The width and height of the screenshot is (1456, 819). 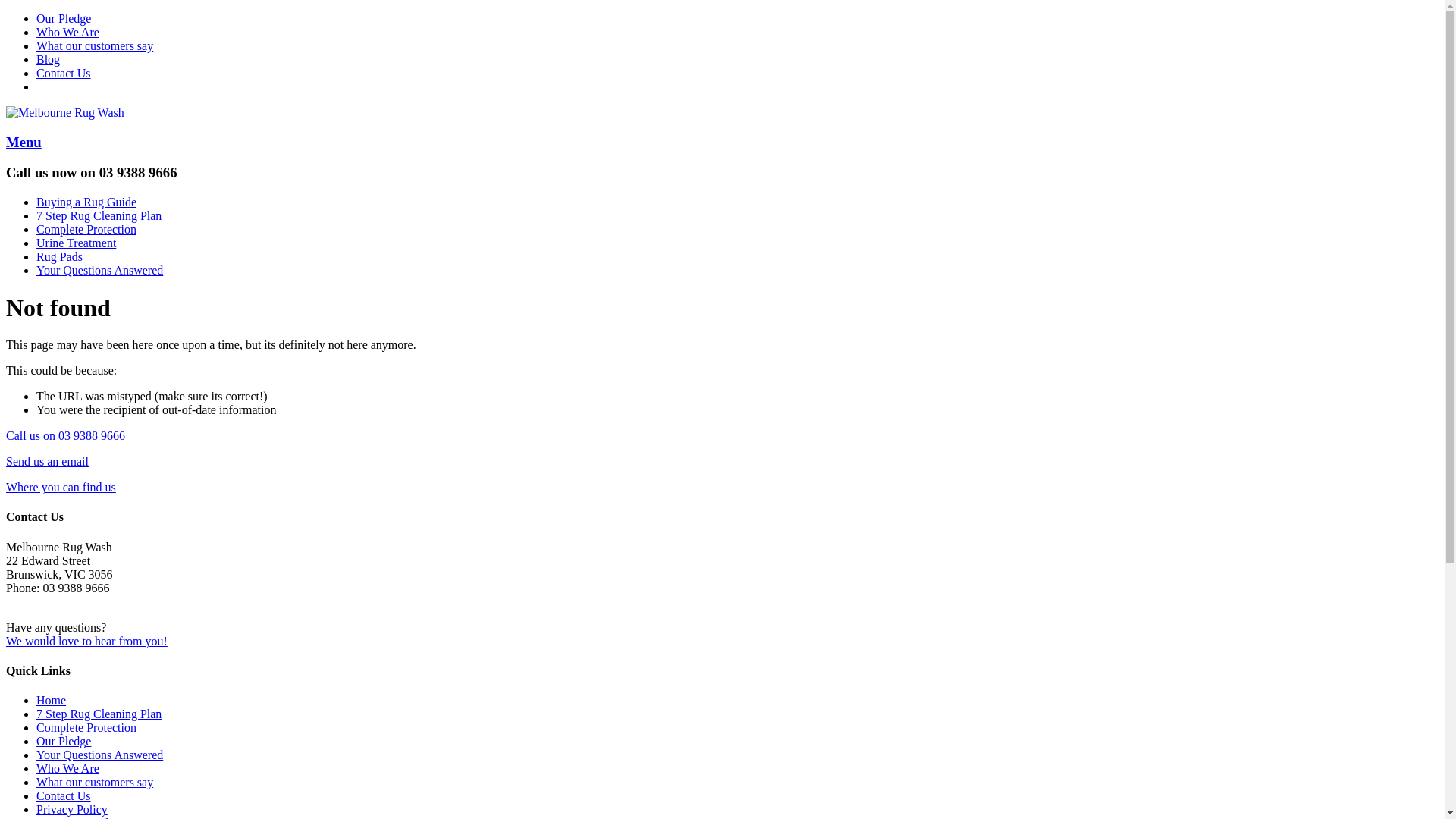 I want to click on 'Blog', so click(x=48, y=58).